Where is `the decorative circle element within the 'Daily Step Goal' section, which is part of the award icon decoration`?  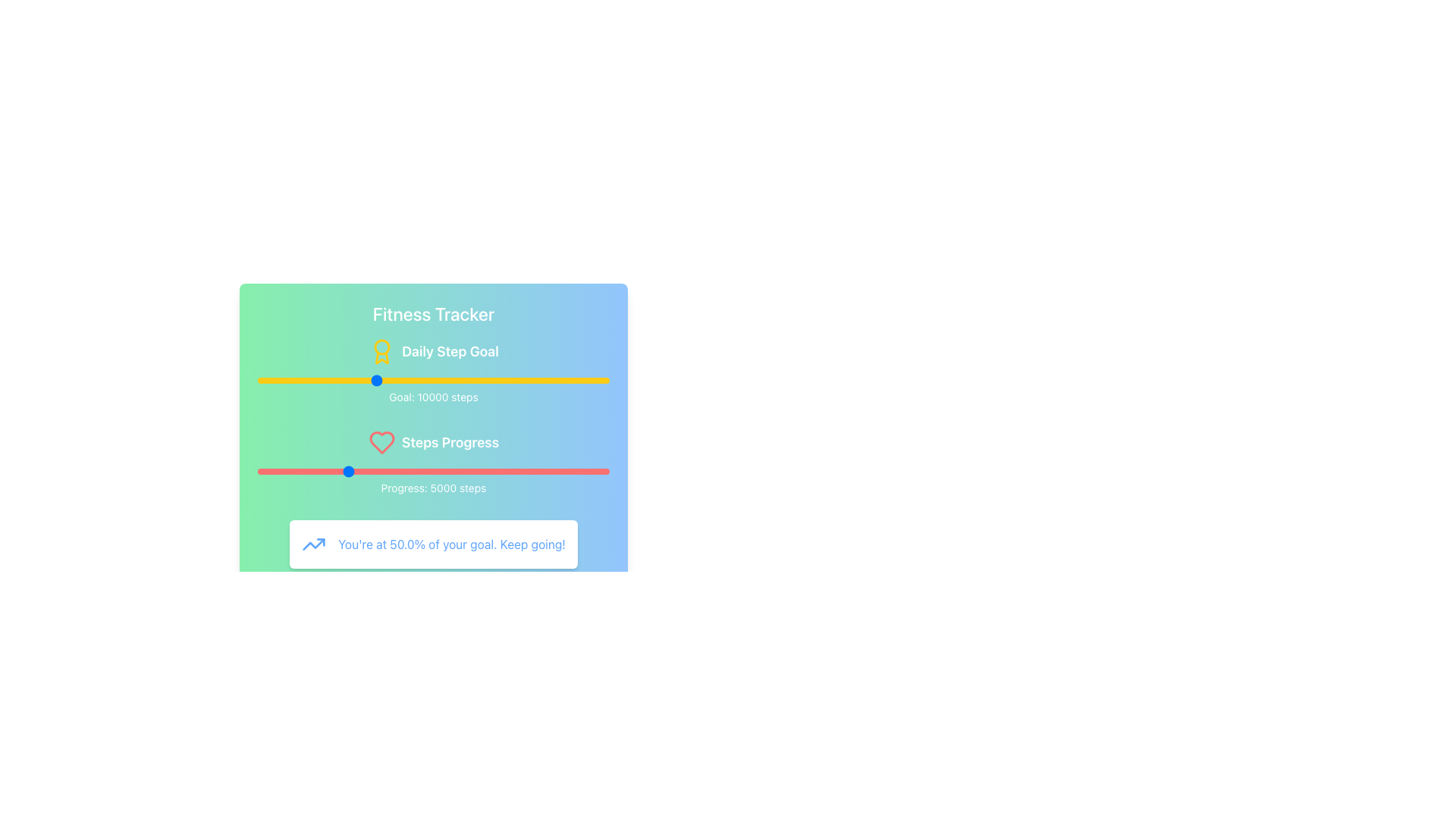 the decorative circle element within the 'Daily Step Goal' section, which is part of the award icon decoration is located at coordinates (382, 347).